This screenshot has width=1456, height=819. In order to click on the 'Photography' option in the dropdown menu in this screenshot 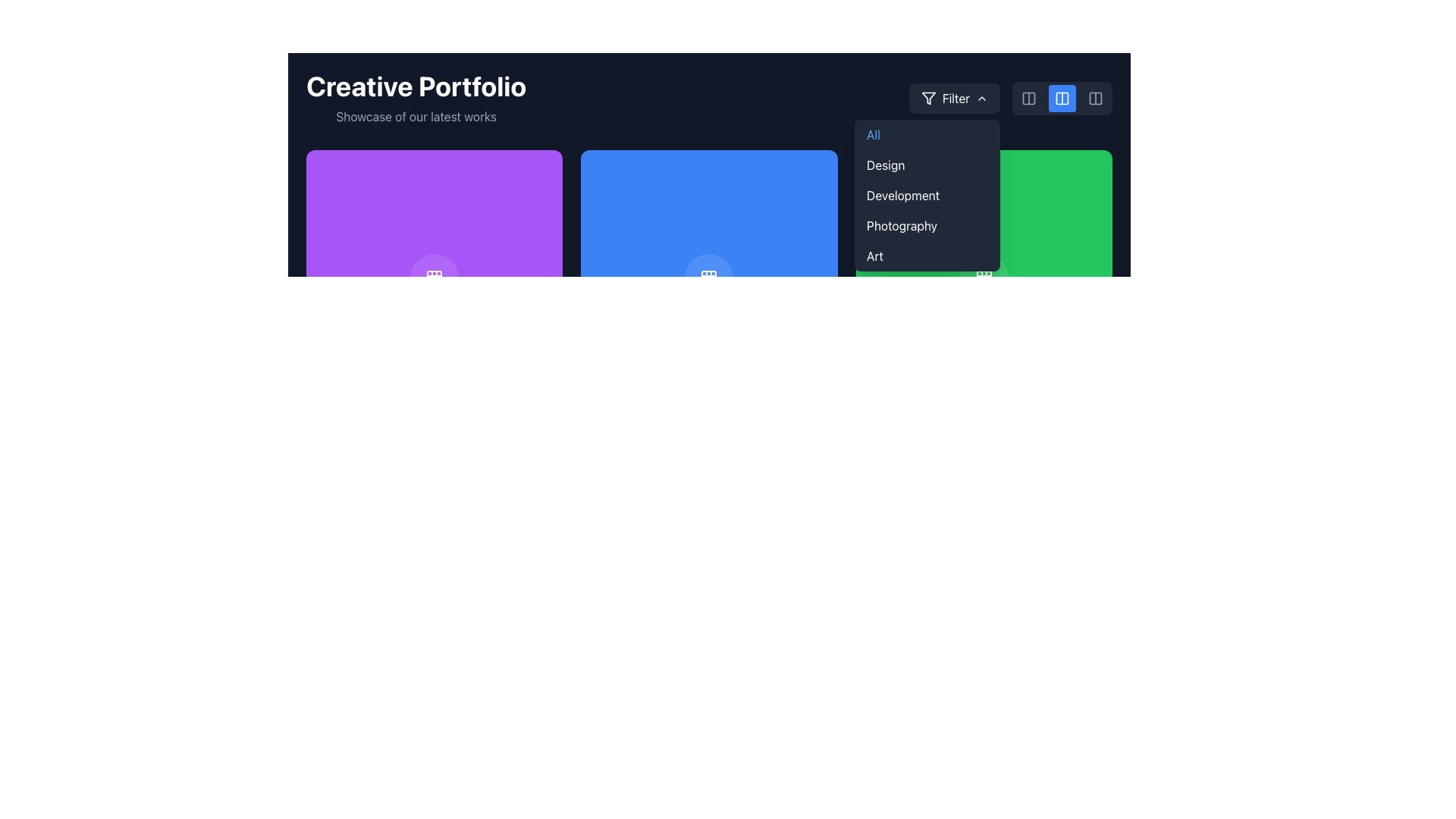, I will do `click(927, 225)`.